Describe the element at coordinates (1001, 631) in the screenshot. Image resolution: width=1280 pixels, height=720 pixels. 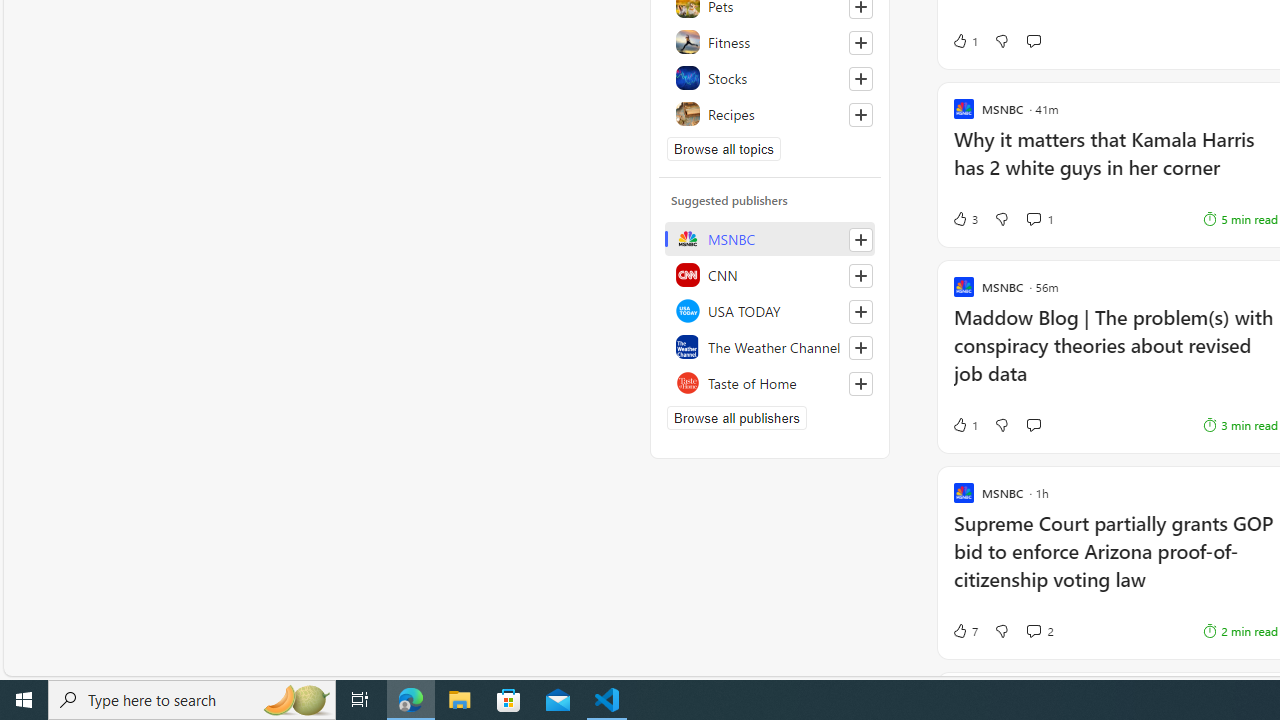
I see `'Dislike'` at that location.